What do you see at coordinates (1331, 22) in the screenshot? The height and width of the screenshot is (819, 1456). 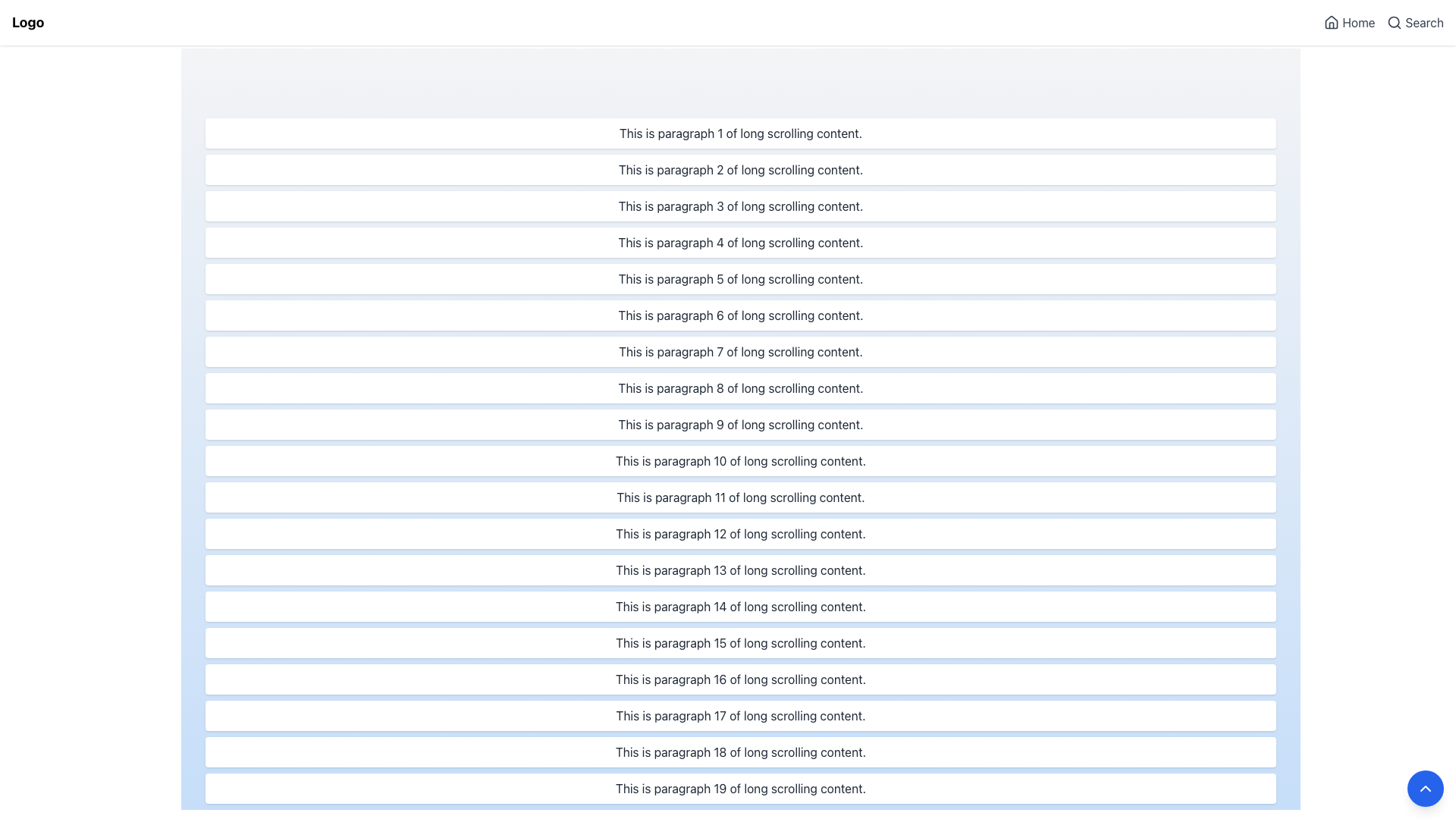 I see `the home icon located in the top-right corner of the page header` at bounding box center [1331, 22].